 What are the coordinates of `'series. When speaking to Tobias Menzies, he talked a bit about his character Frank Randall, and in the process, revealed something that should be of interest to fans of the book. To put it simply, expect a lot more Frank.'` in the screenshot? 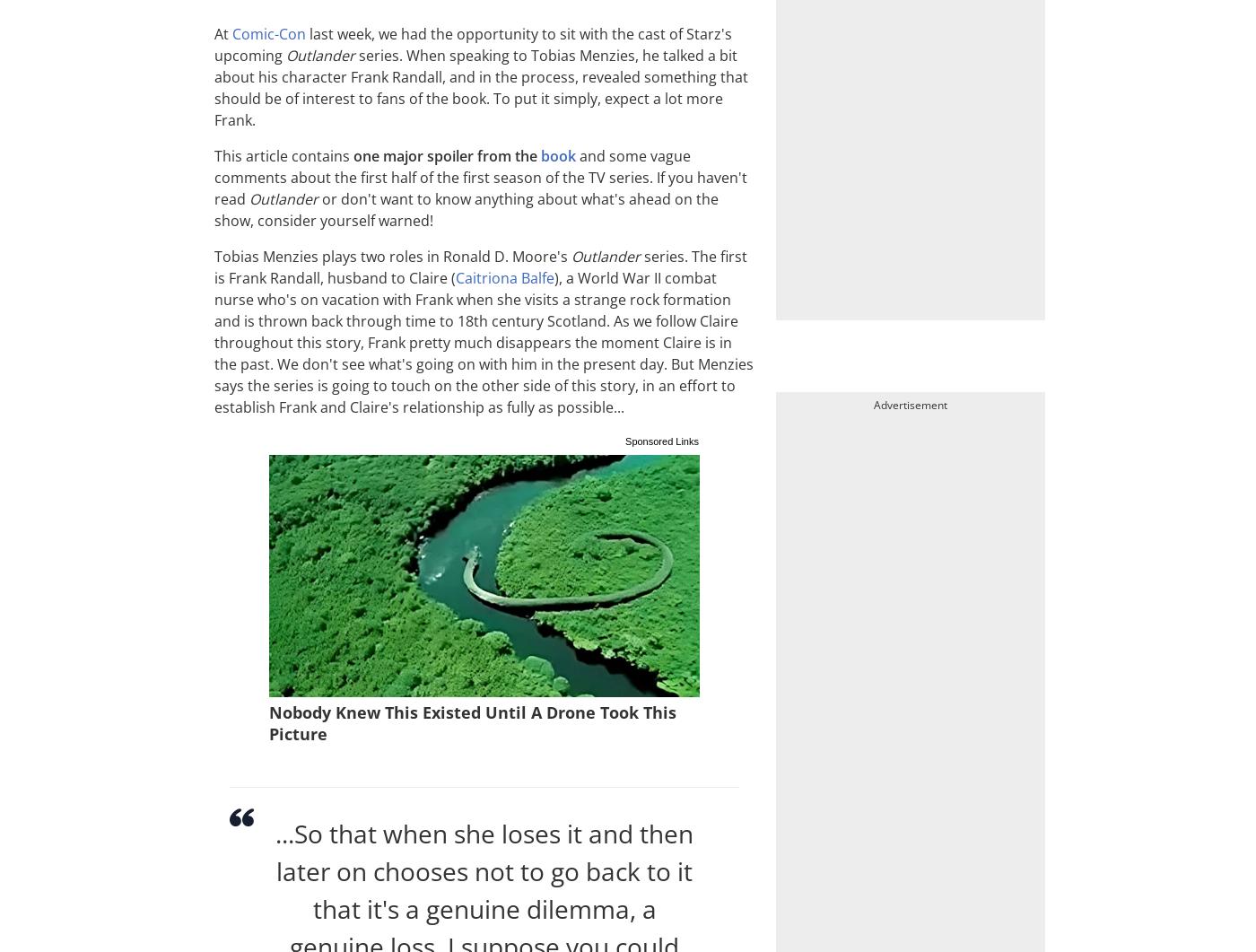 It's located at (481, 88).